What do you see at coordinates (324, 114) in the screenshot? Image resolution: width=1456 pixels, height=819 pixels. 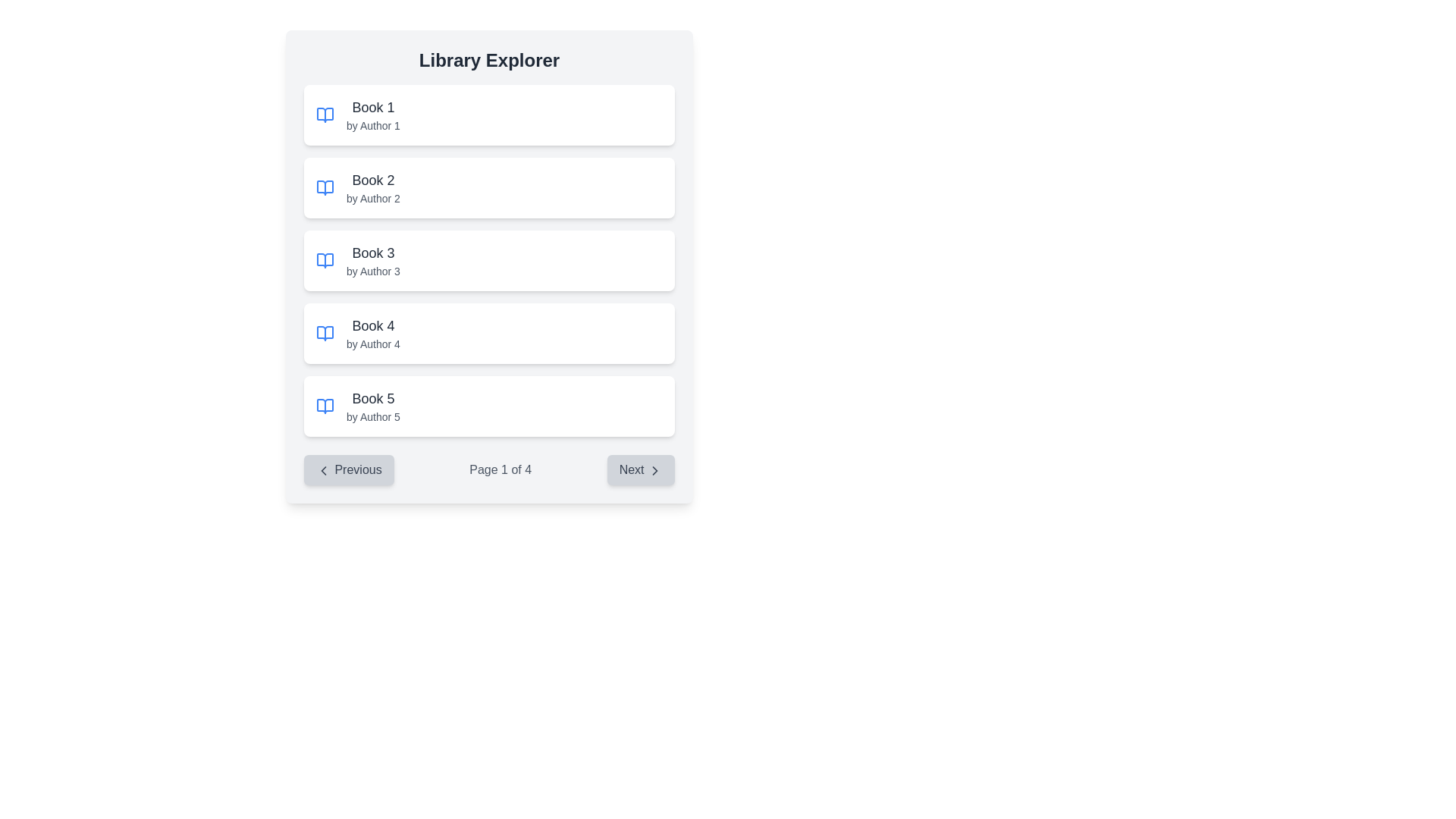 I see `the graphic/icon representing 'Book 1 by Author 1' in the library explorer list to assist users in identifying it quickly` at bounding box center [324, 114].